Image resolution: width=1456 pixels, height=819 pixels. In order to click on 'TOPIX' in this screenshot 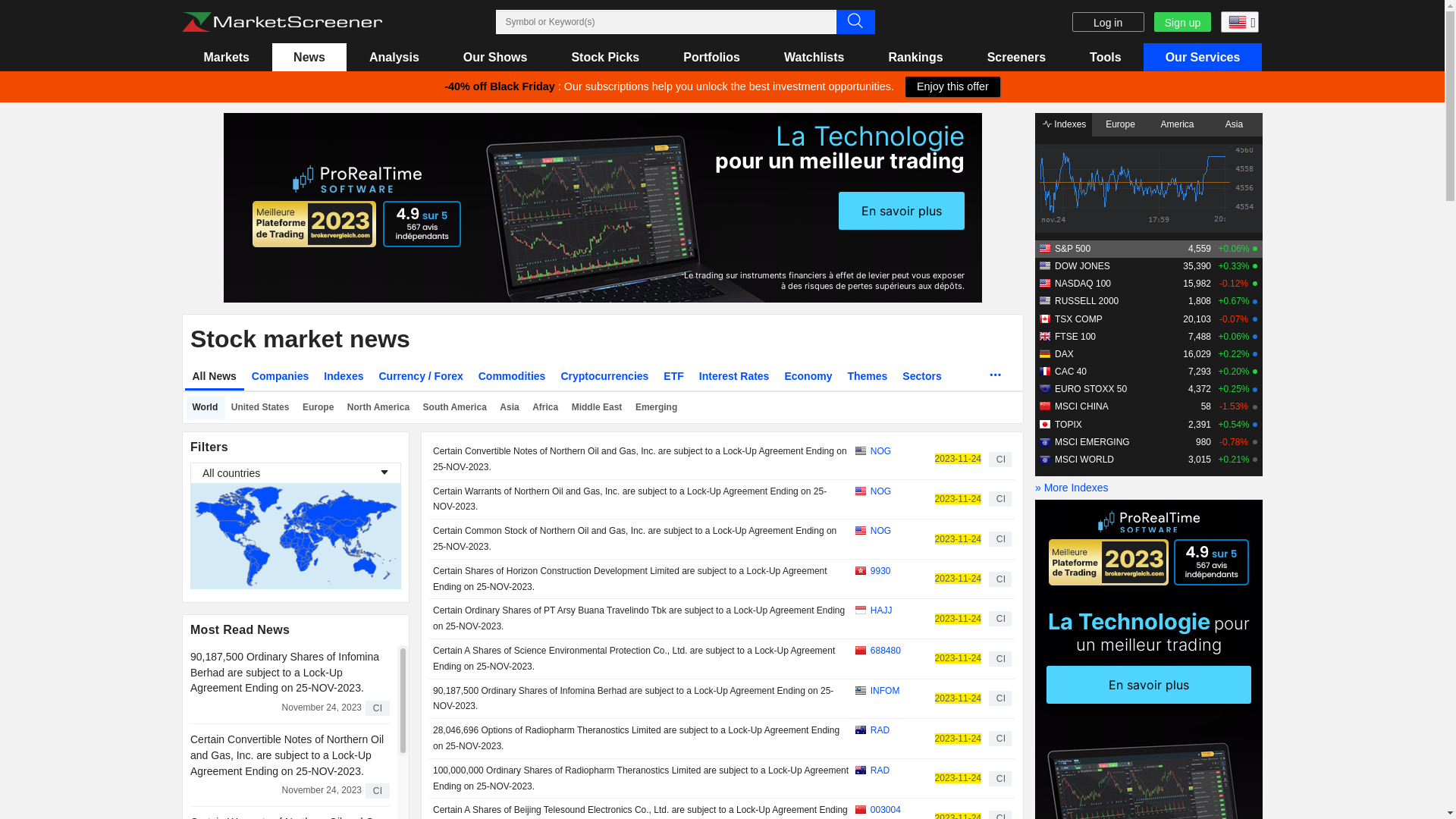, I will do `click(1054, 424)`.